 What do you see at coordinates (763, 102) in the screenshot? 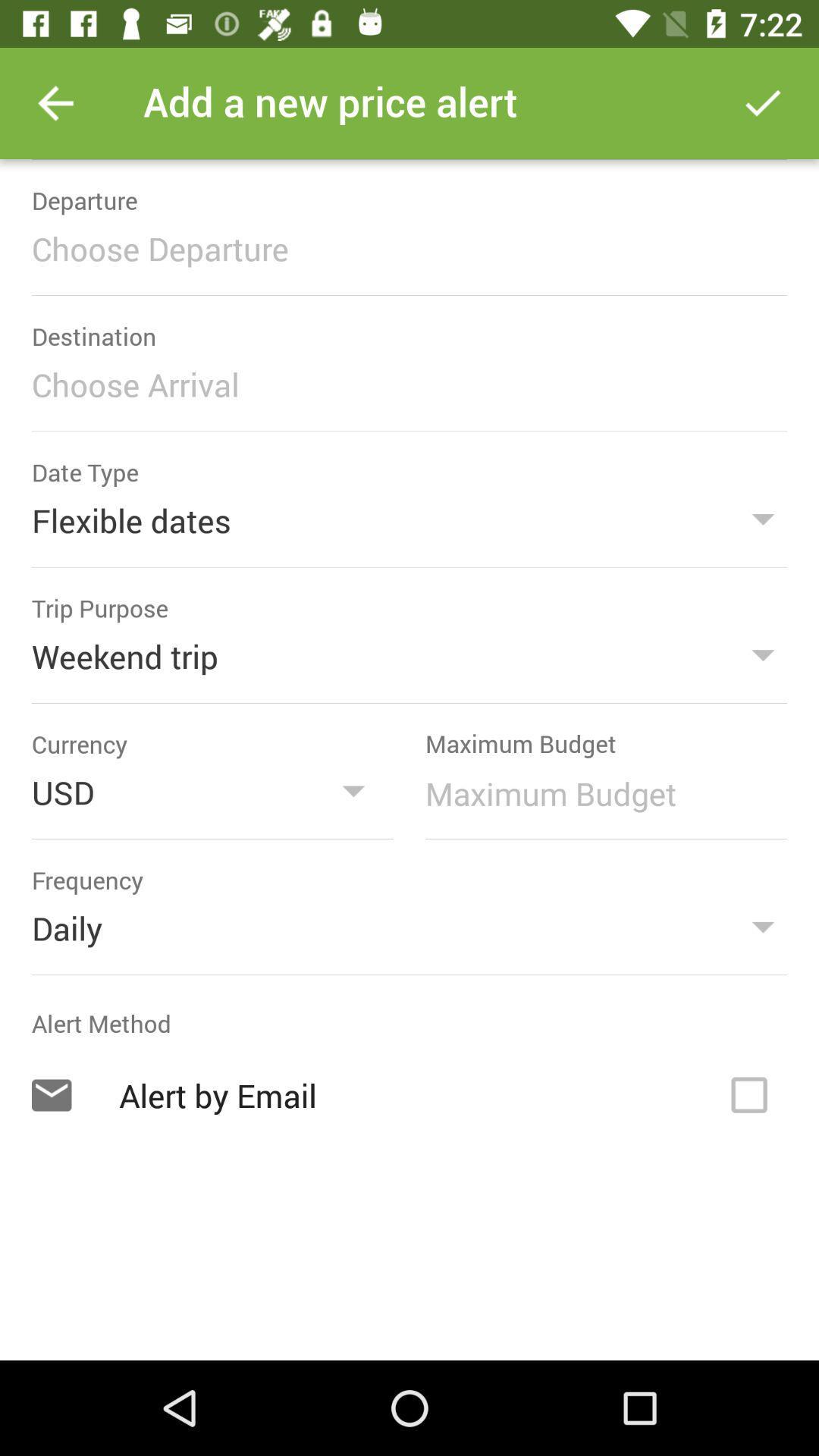
I see `the check icon` at bounding box center [763, 102].